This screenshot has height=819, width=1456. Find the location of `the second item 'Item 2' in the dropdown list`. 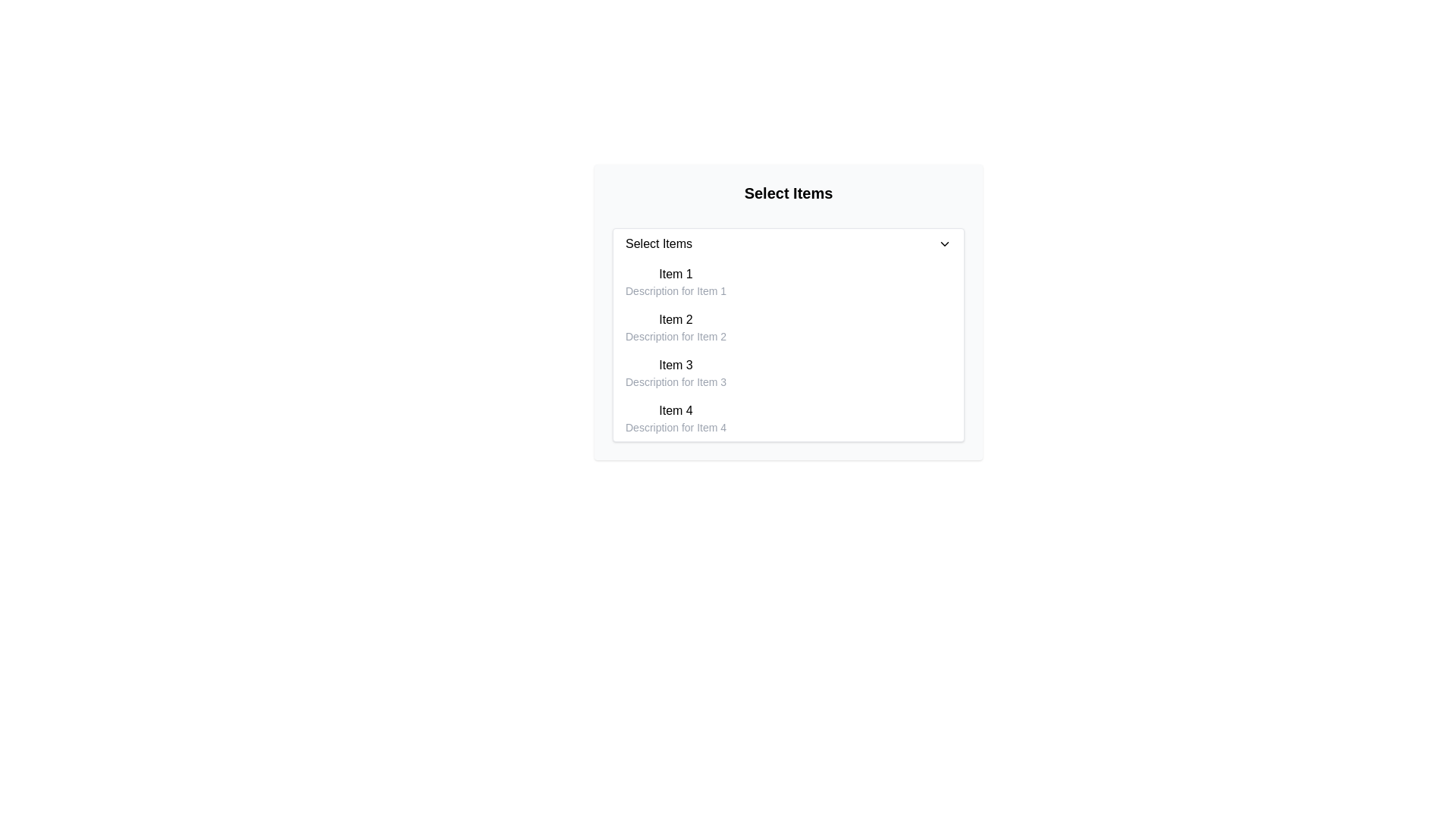

the second item 'Item 2' in the dropdown list is located at coordinates (675, 327).